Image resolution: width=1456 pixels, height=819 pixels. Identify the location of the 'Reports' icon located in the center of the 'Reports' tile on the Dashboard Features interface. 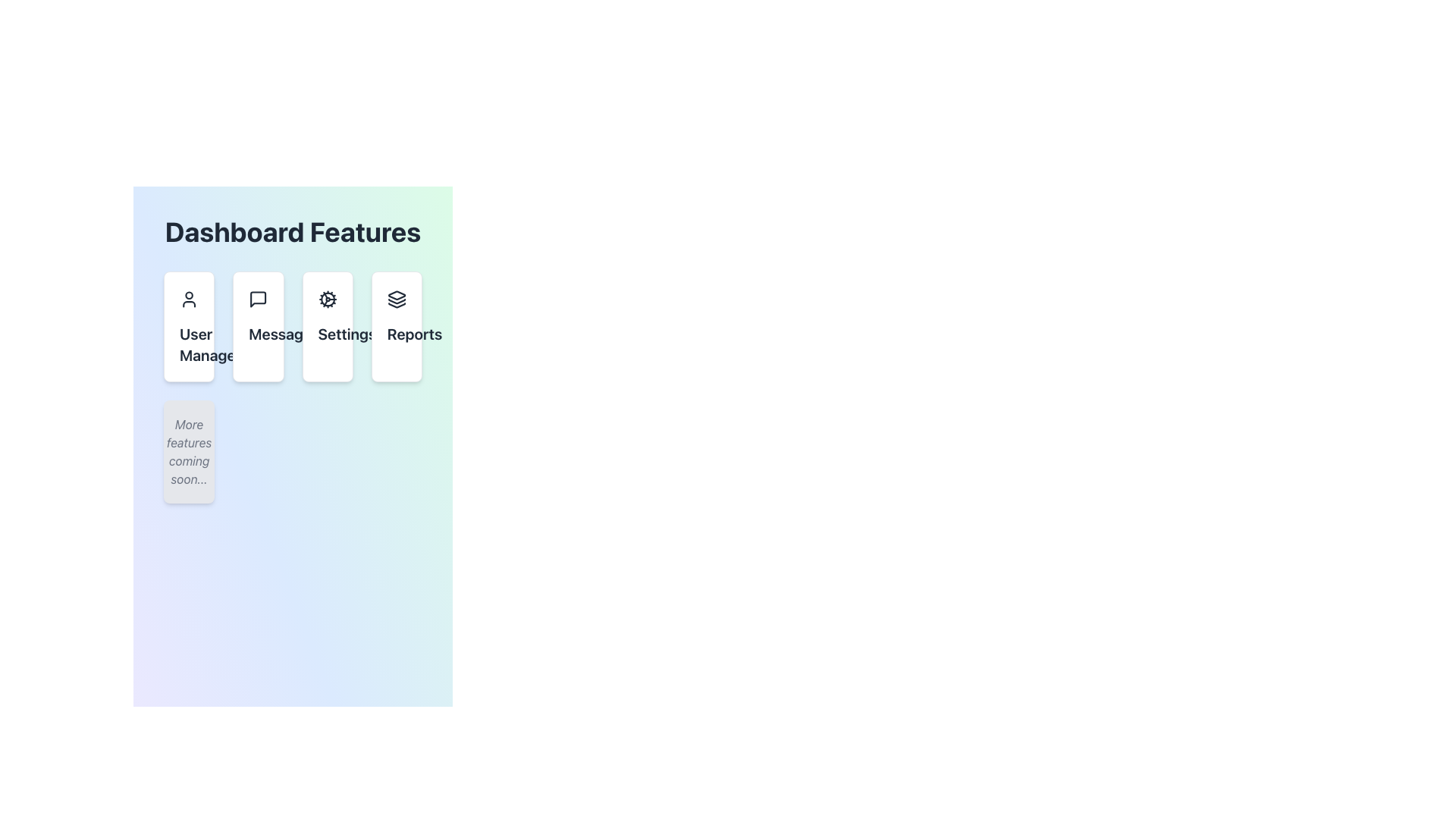
(397, 299).